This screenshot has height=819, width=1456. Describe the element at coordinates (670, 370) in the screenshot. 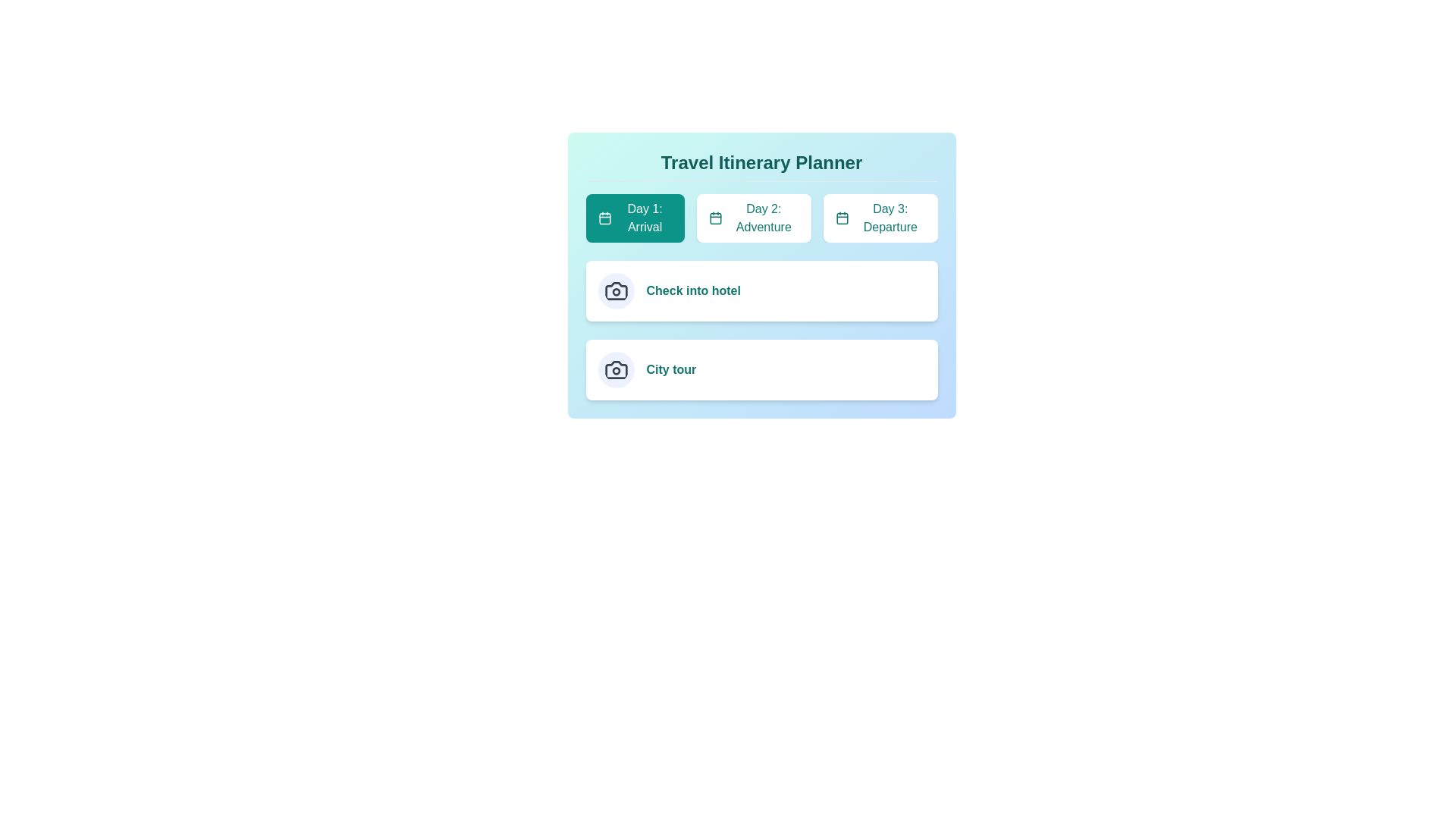

I see `the activity City tour to focus on it` at that location.